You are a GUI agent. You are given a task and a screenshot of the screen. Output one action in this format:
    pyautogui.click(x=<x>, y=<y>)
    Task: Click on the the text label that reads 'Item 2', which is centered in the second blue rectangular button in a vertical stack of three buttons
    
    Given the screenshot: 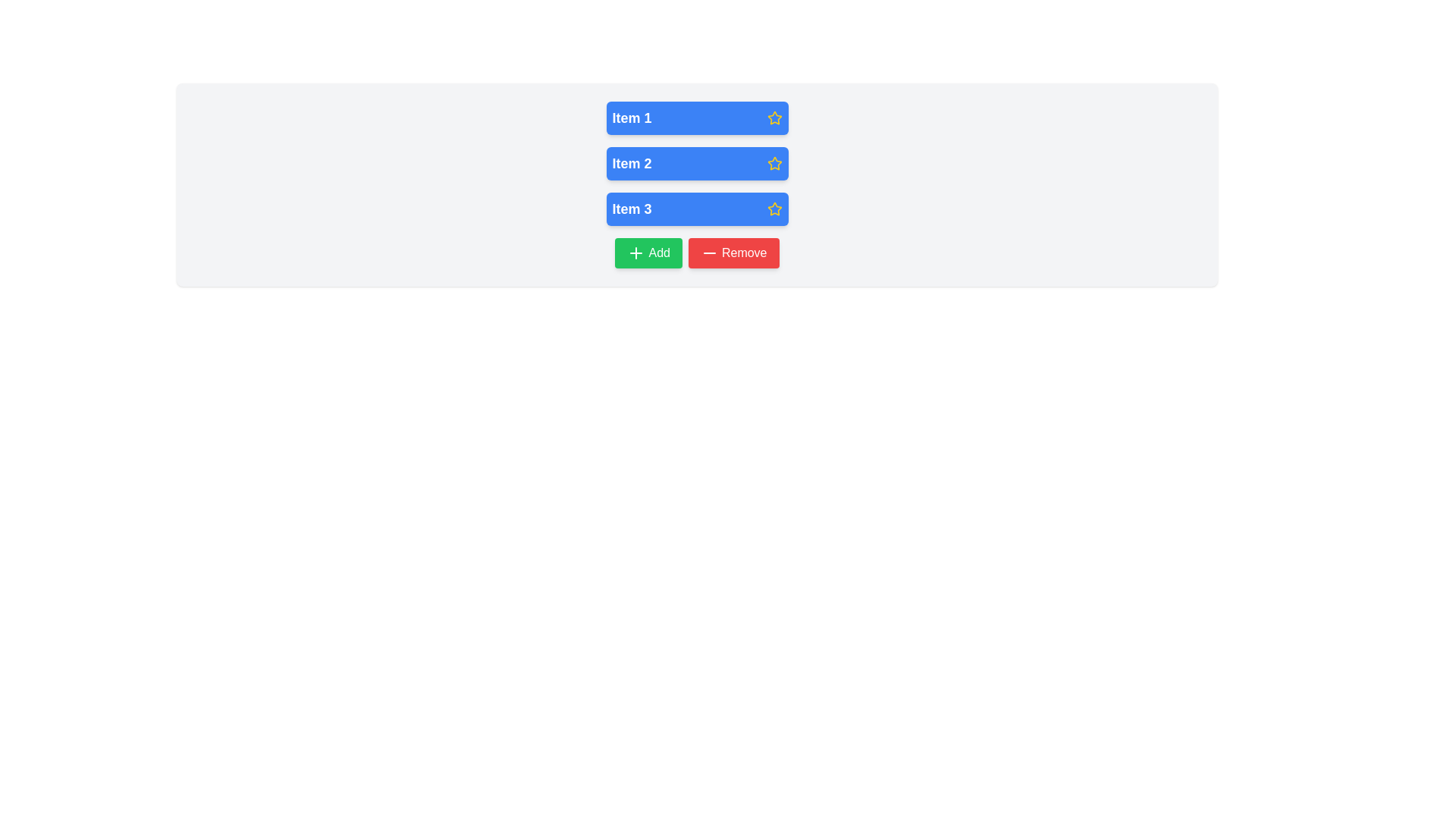 What is the action you would take?
    pyautogui.click(x=632, y=164)
    